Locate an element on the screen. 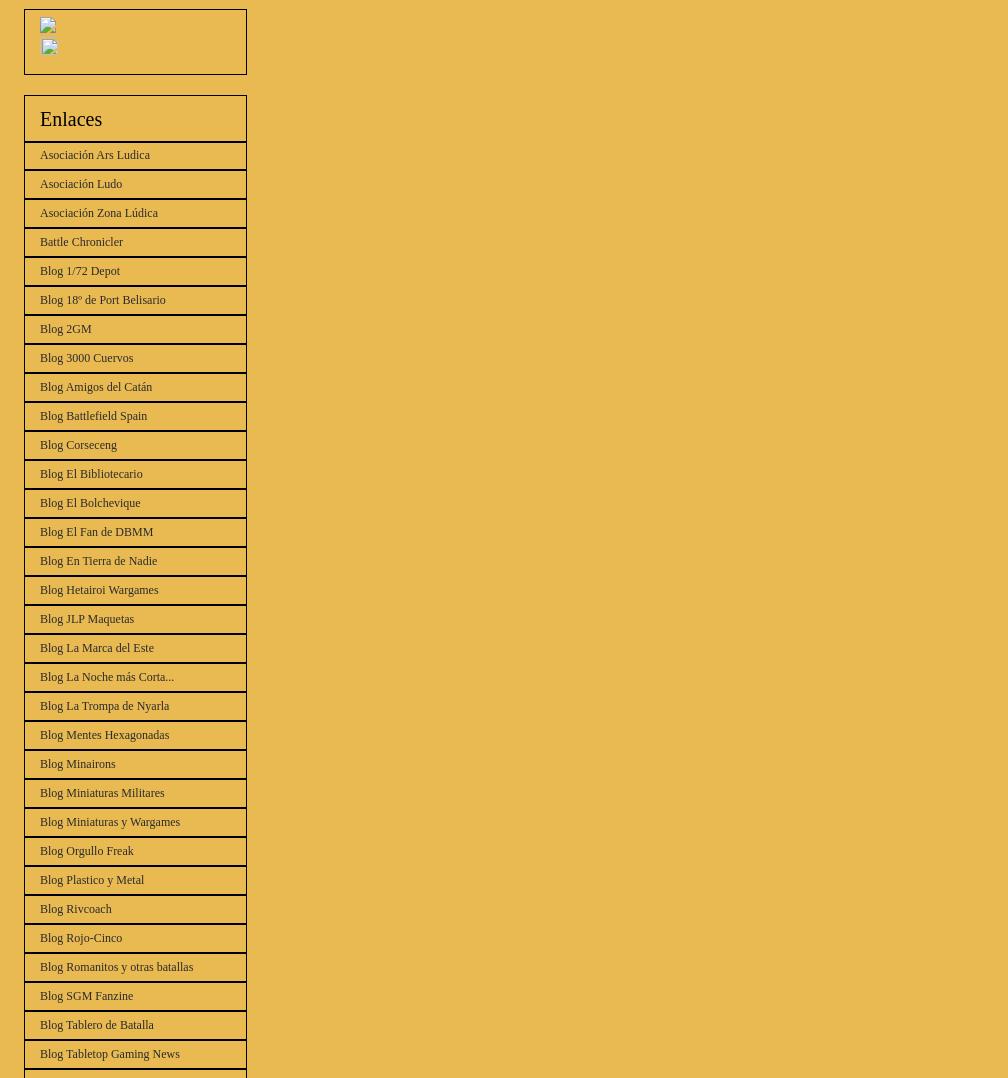  'Blog Hetairoi Wargames' is located at coordinates (98, 589).